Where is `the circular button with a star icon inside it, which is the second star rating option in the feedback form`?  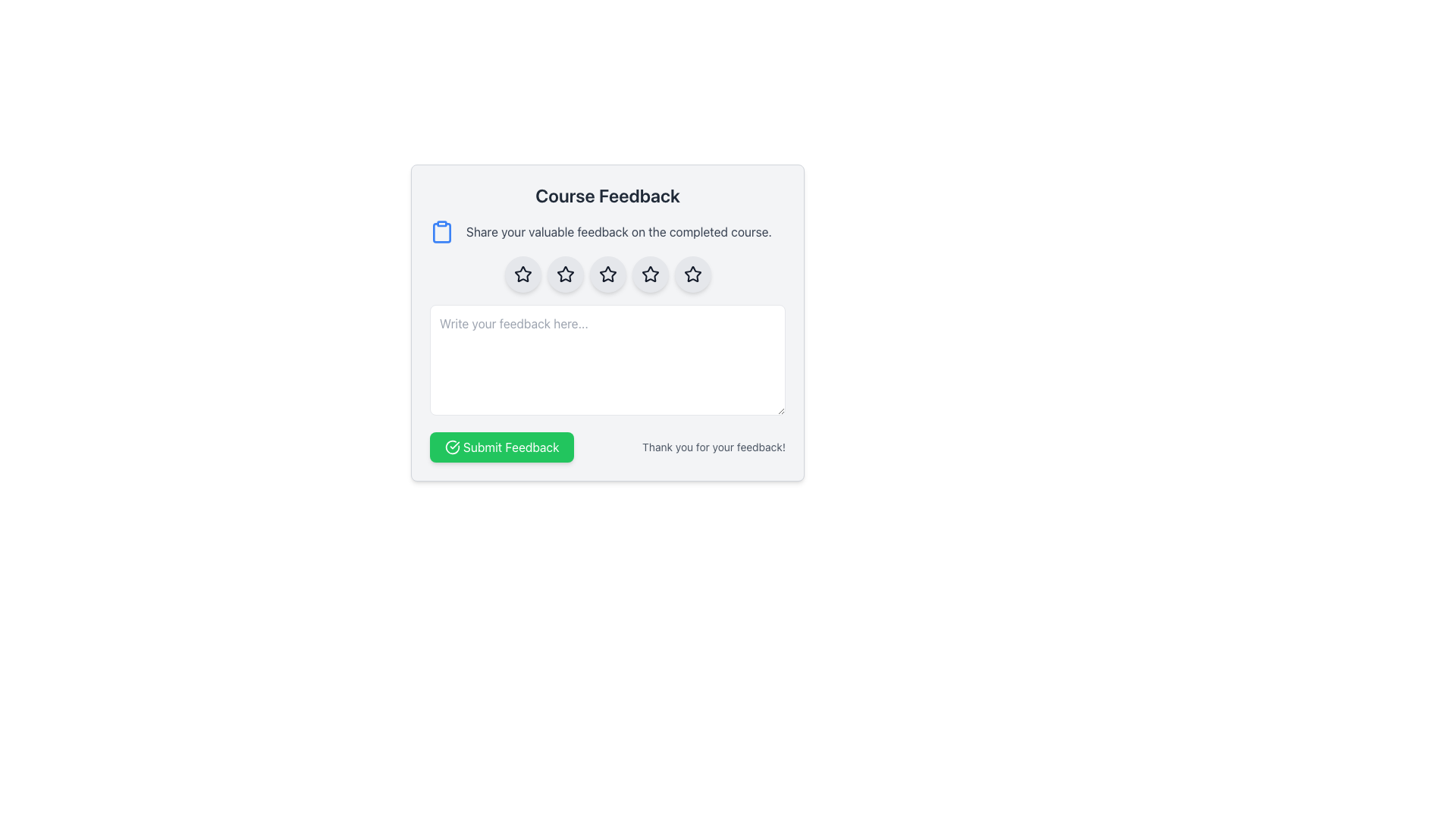
the circular button with a star icon inside it, which is the second star rating option in the feedback form is located at coordinates (522, 275).